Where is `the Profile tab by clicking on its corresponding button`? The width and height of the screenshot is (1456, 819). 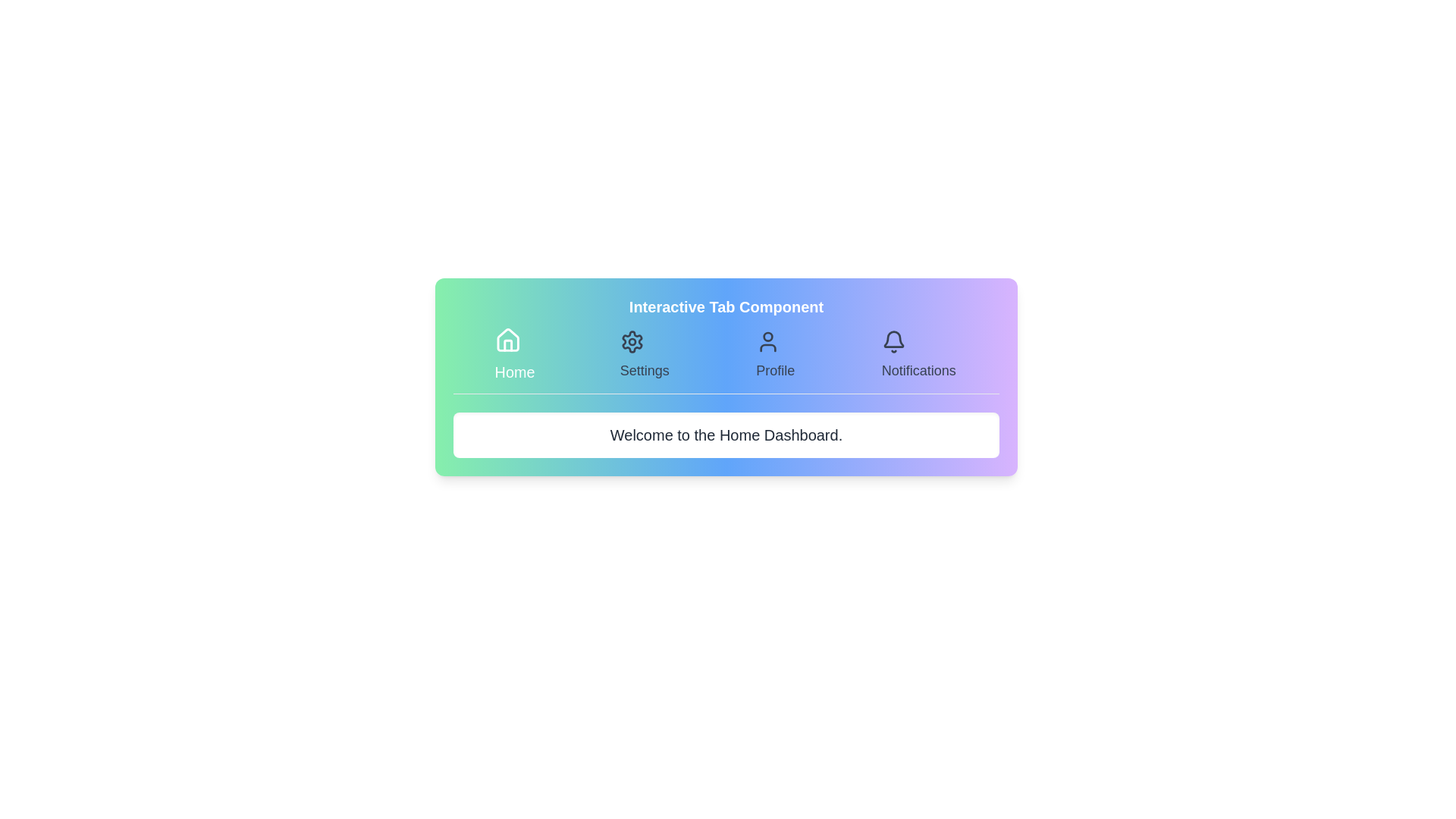 the Profile tab by clicking on its corresponding button is located at coordinates (775, 356).